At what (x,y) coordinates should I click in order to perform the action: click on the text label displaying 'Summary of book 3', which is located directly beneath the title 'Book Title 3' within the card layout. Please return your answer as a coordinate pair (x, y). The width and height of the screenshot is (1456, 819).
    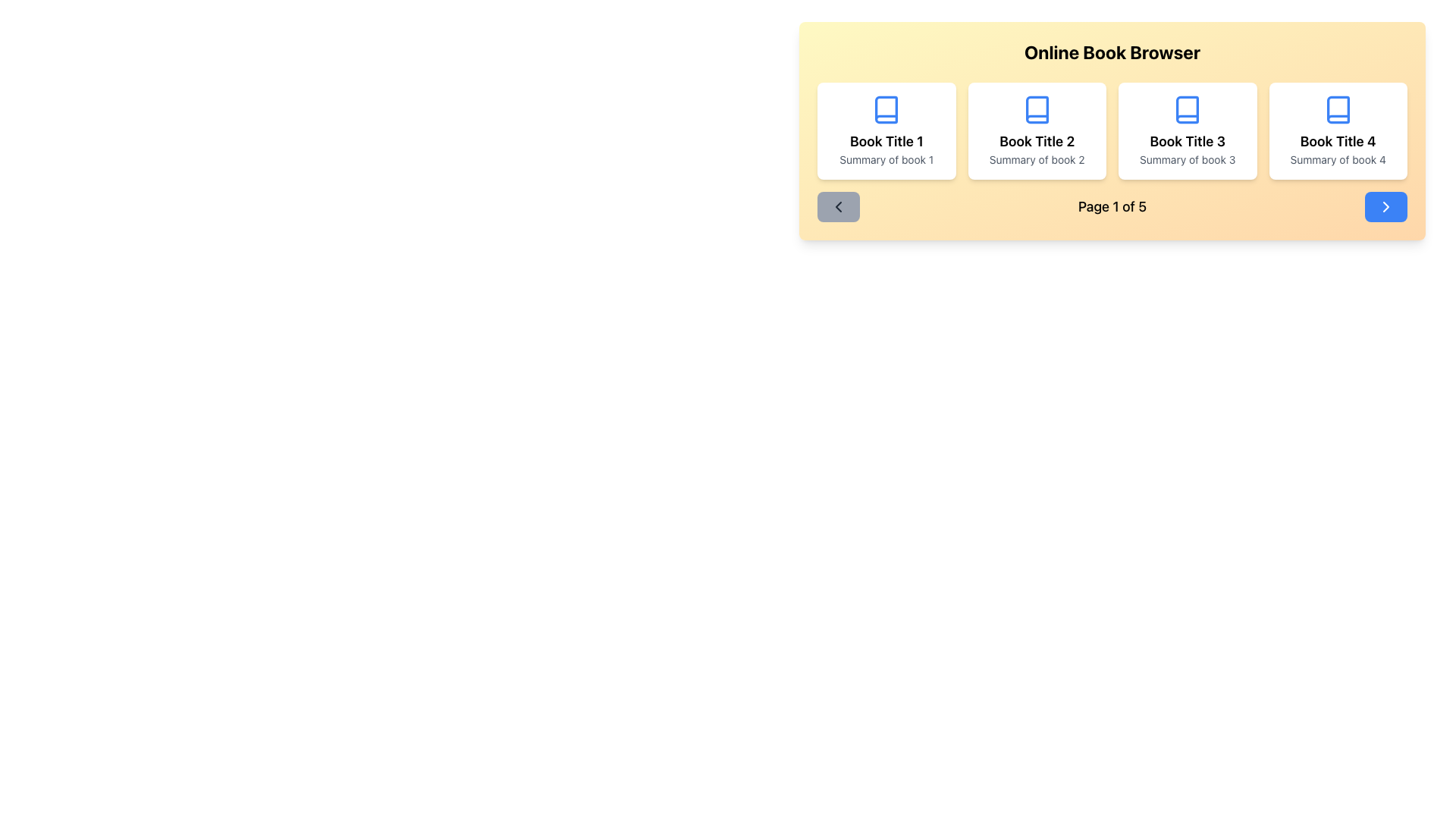
    Looking at the image, I should click on (1187, 160).